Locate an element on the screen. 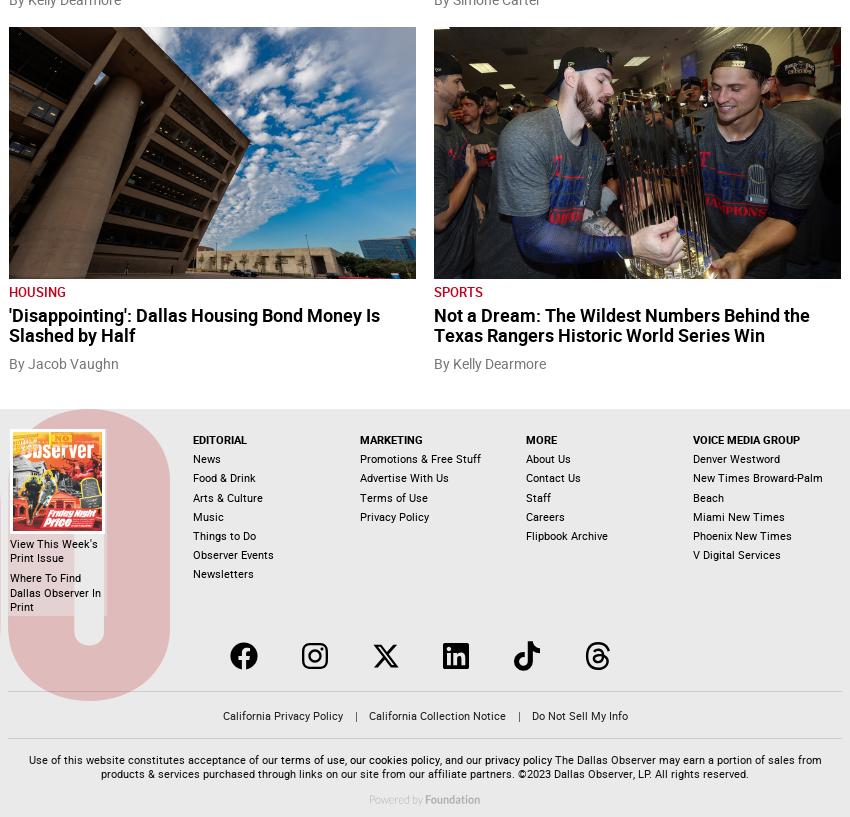 The width and height of the screenshot is (850, 817). 'Miami New Times' is located at coordinates (738, 515).